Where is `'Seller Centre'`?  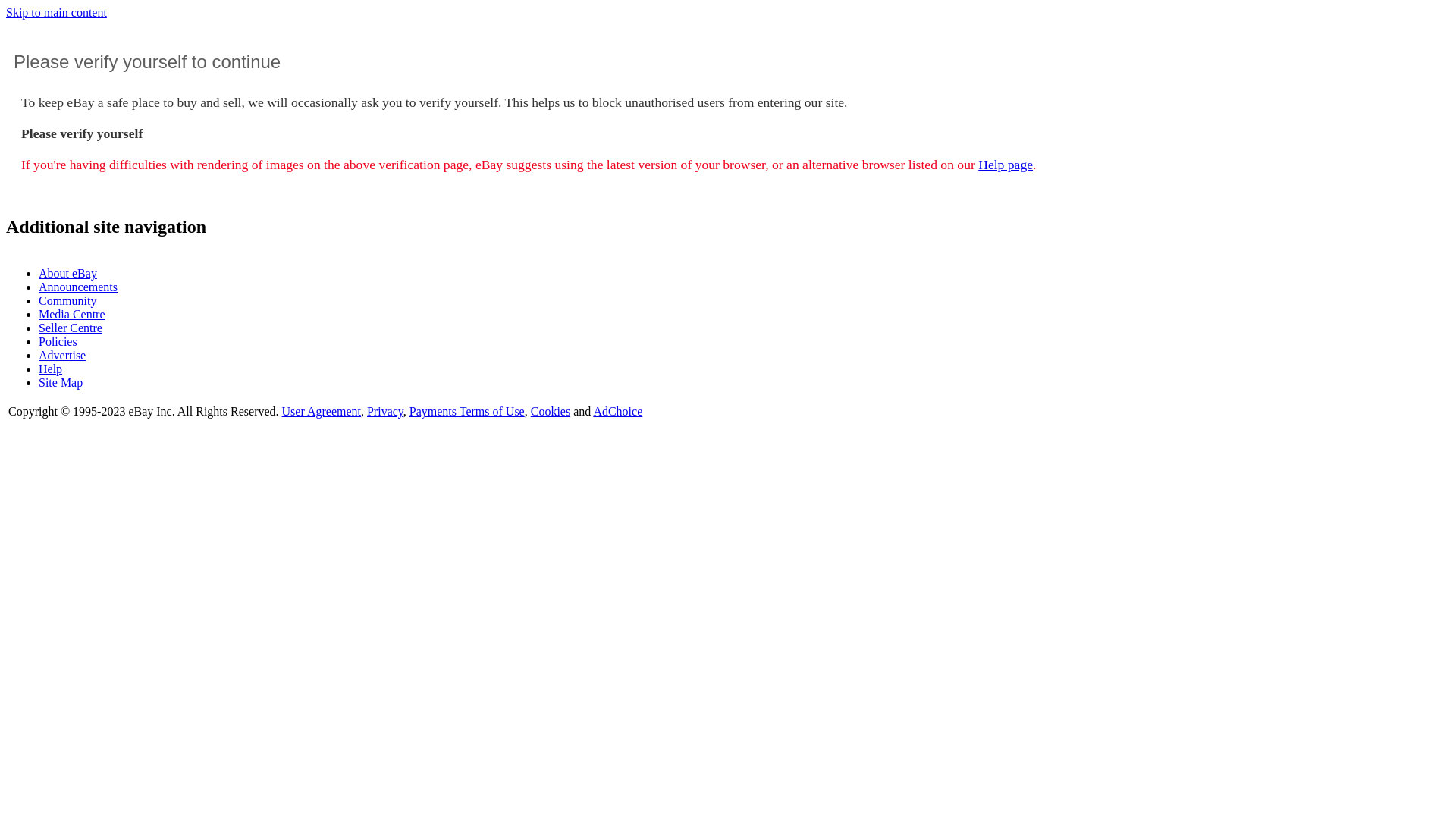
'Seller Centre' is located at coordinates (69, 327).